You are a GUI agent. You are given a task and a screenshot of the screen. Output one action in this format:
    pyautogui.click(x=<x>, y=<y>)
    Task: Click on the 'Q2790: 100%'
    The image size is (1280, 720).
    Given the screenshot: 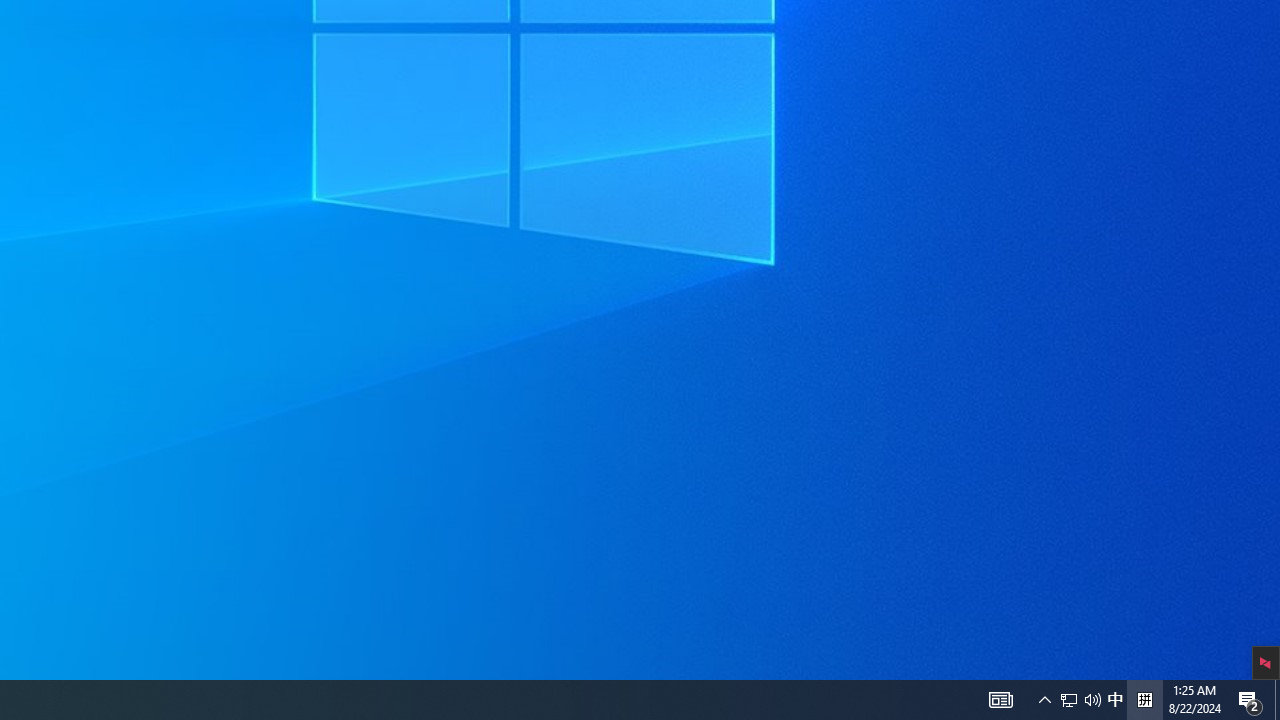 What is the action you would take?
    pyautogui.click(x=1144, y=698)
    